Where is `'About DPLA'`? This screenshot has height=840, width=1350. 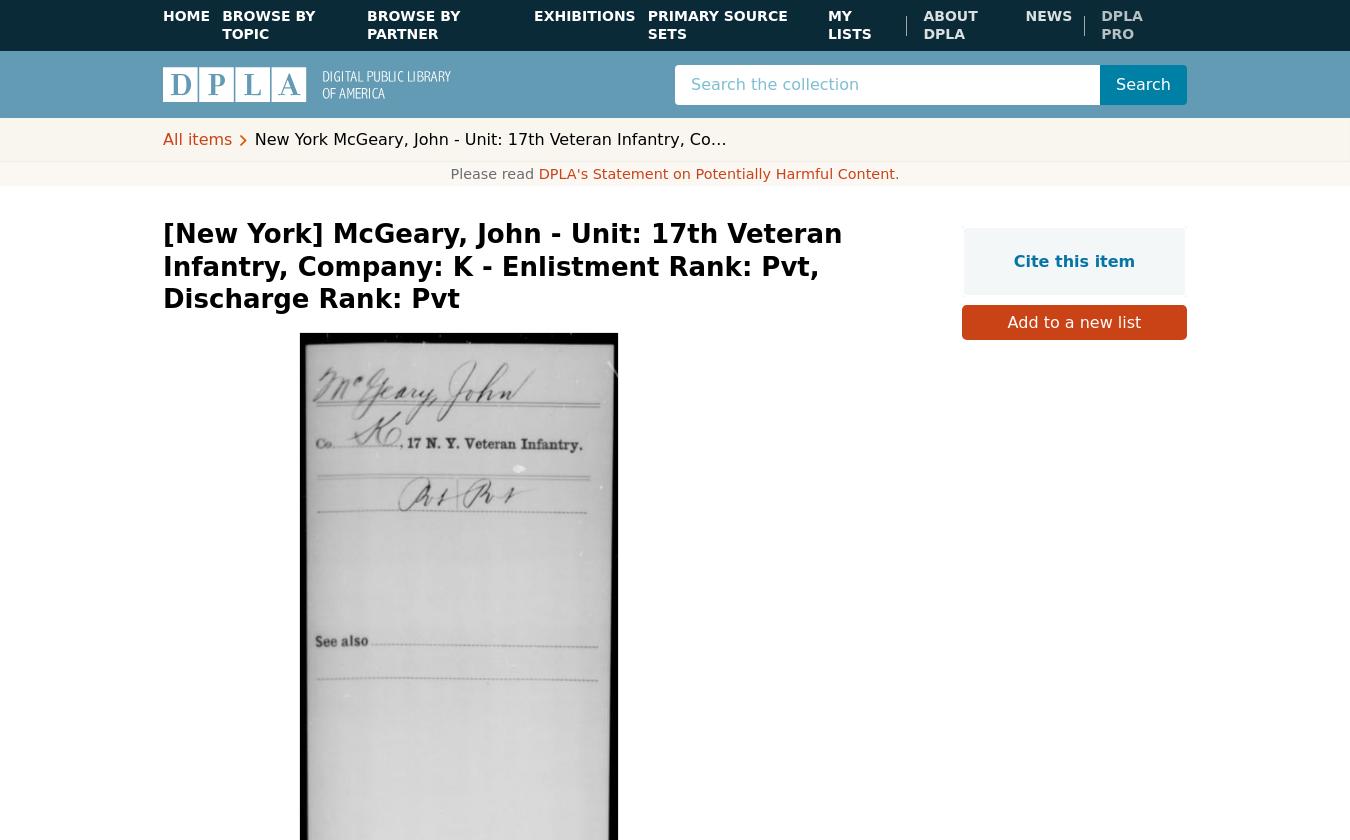
'About DPLA' is located at coordinates (948, 24).